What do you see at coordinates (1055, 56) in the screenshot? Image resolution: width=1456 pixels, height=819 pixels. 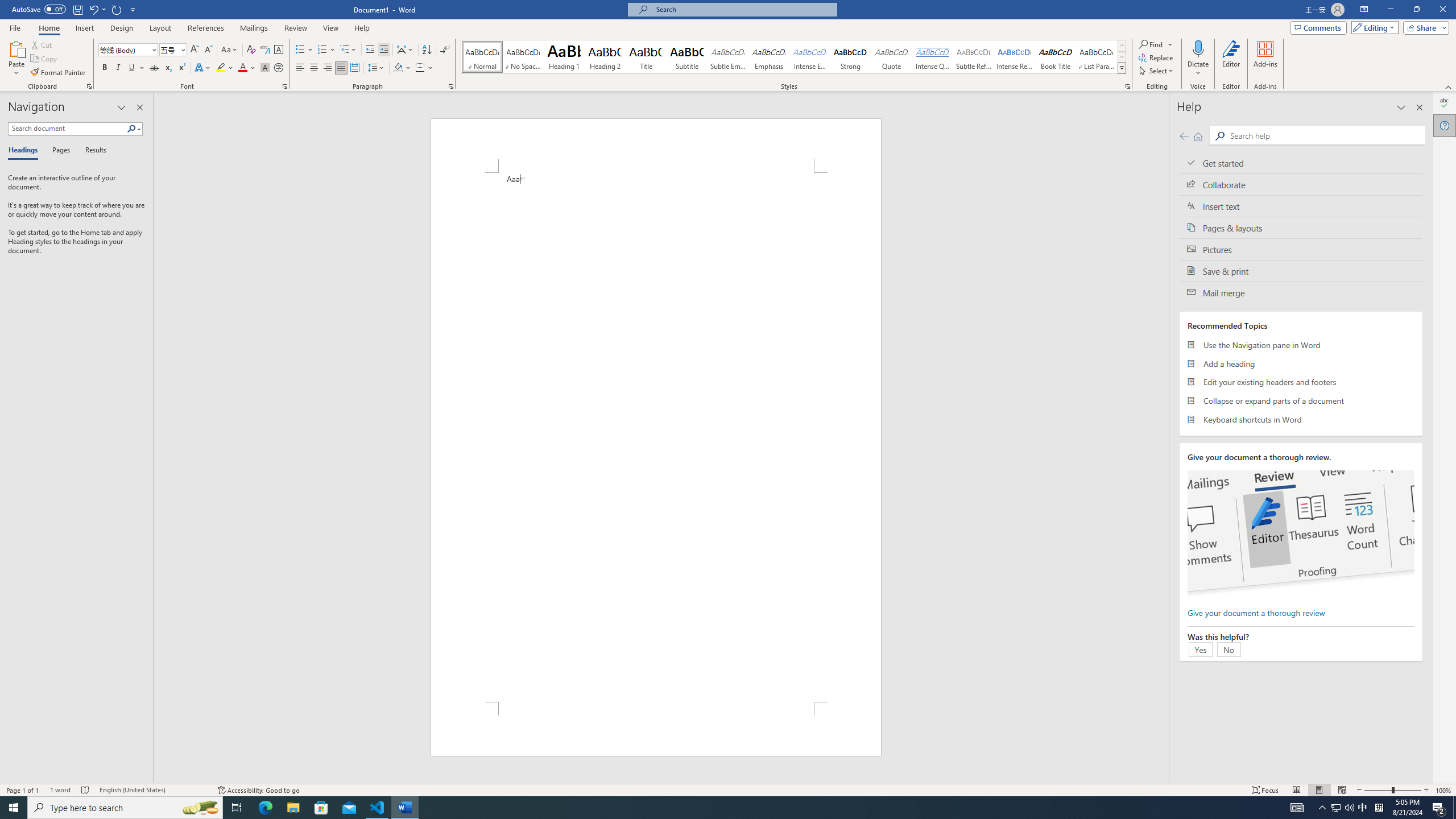 I see `'Book Title'` at bounding box center [1055, 56].